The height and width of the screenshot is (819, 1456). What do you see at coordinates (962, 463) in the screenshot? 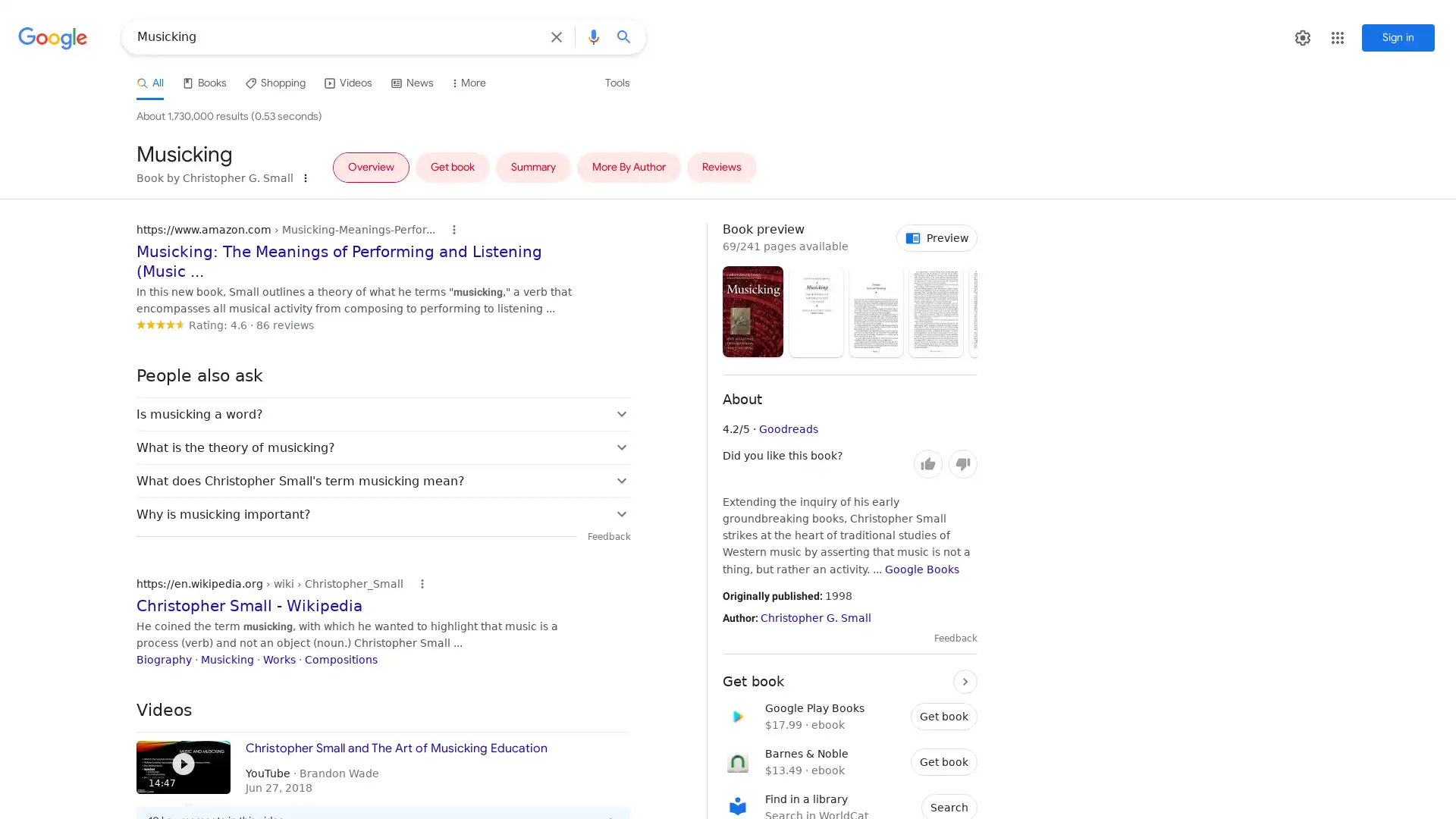
I see `Dislike` at bounding box center [962, 463].